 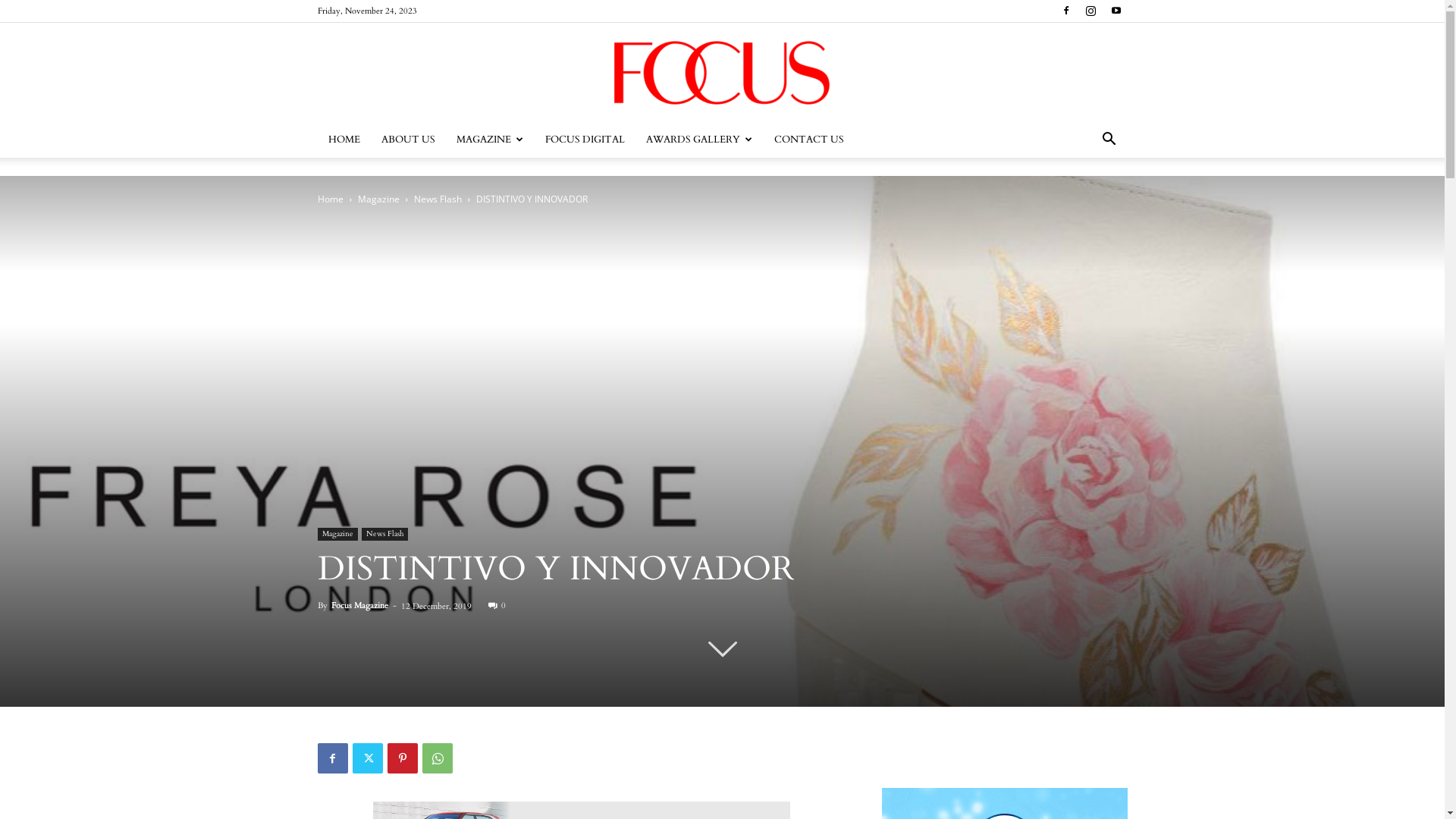 What do you see at coordinates (807, 140) in the screenshot?
I see `'CONTACT US'` at bounding box center [807, 140].